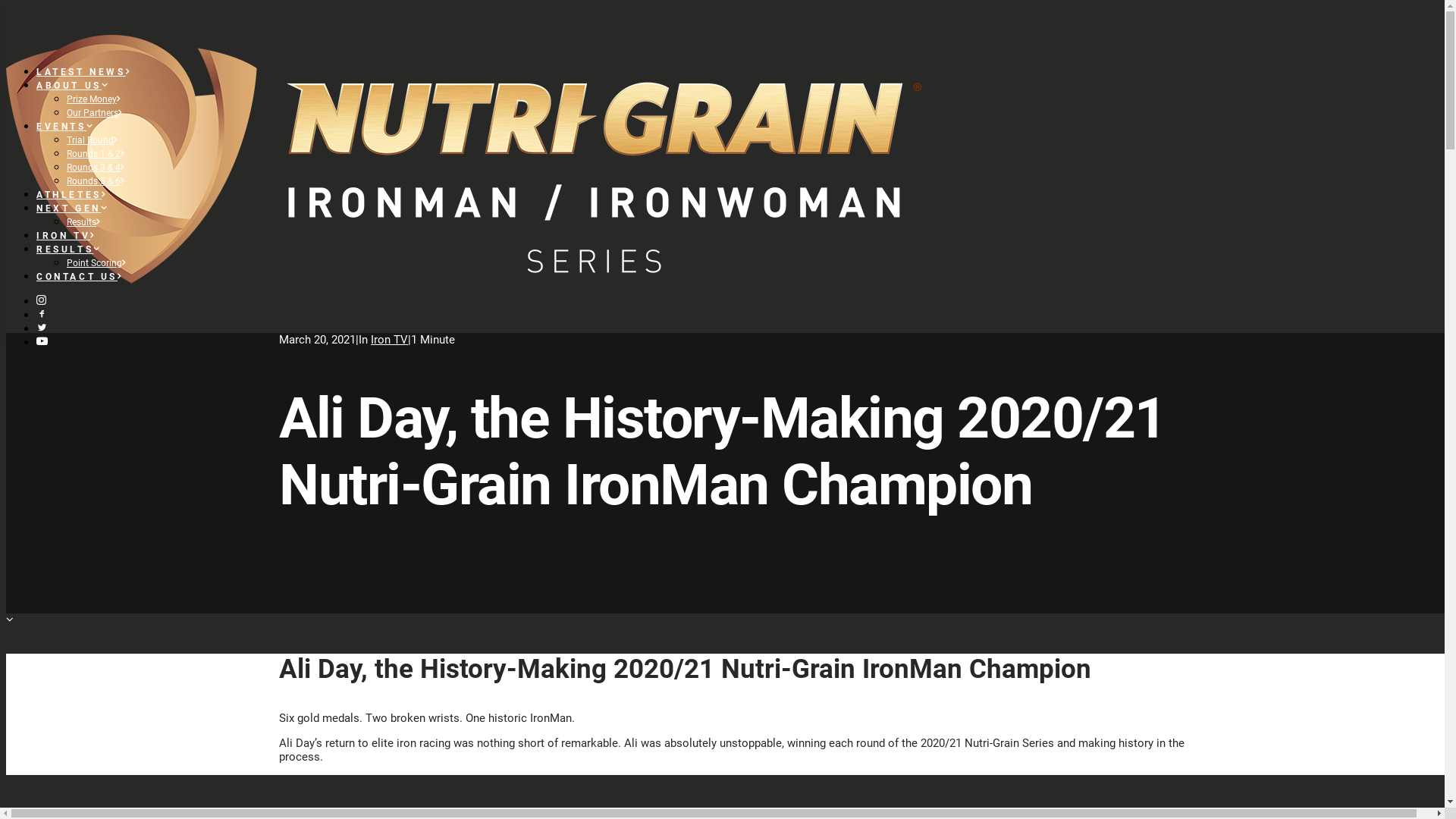 The height and width of the screenshot is (819, 1456). Describe the element at coordinates (96, 154) in the screenshot. I see `'Rounds 1 & 2'` at that location.